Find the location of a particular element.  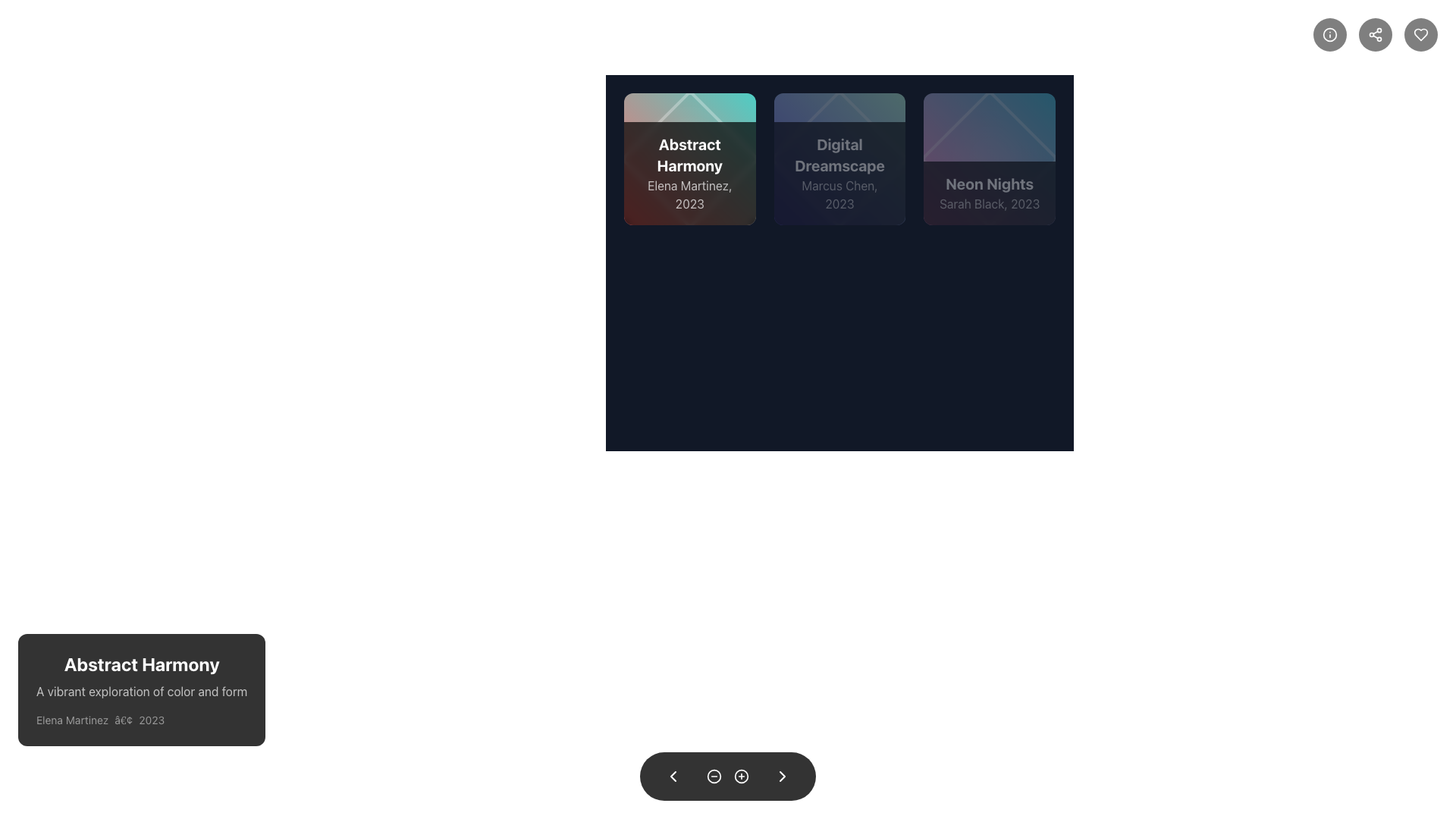

text label that provides the name of the creator and year associated with the 'Neon Nights' card, which is positioned within a dark rectangle at the bottom of the card, beneath its heading is located at coordinates (990, 202).